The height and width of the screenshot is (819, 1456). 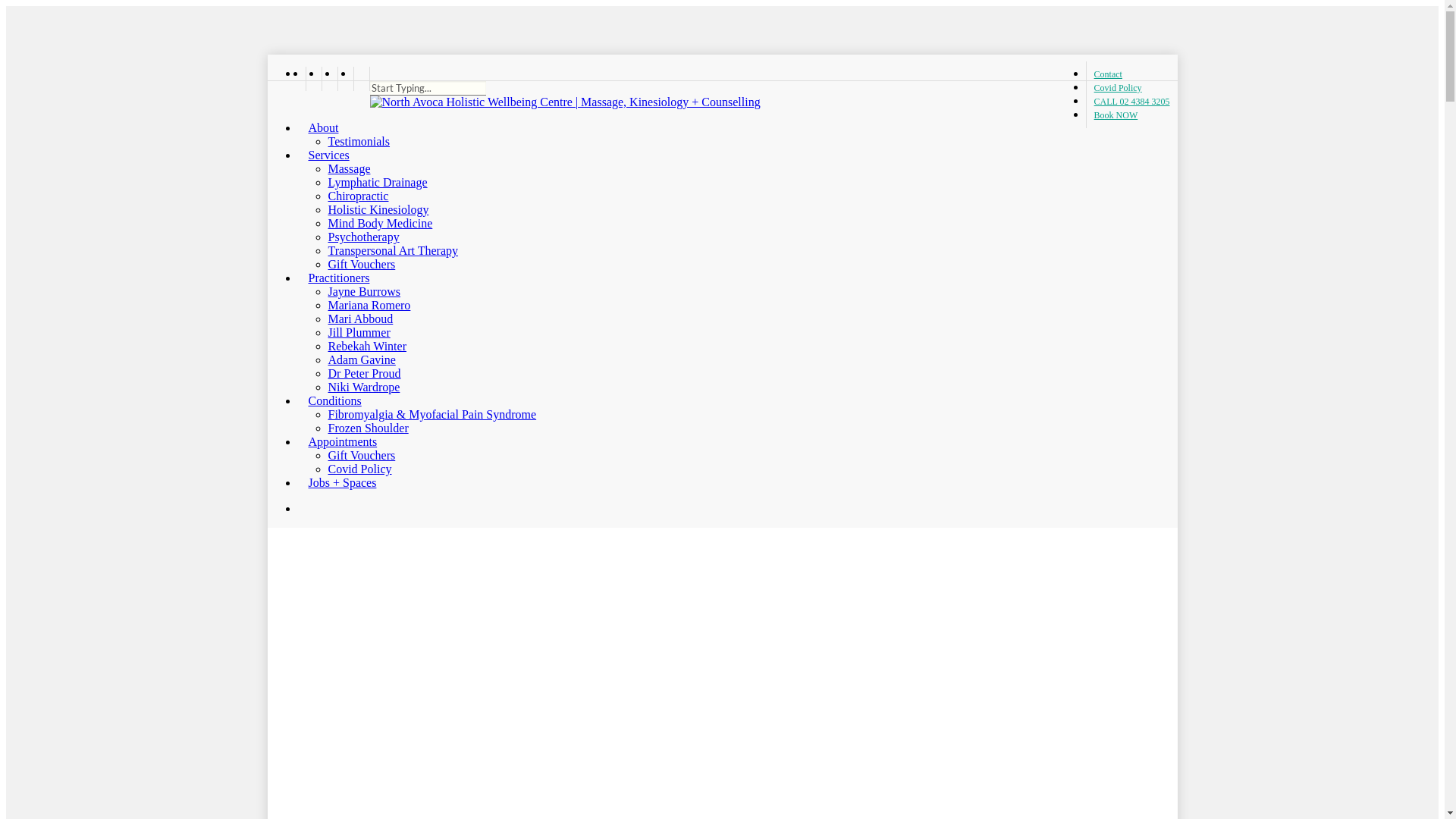 I want to click on 'Skip to main content', so click(x=5, y=5).